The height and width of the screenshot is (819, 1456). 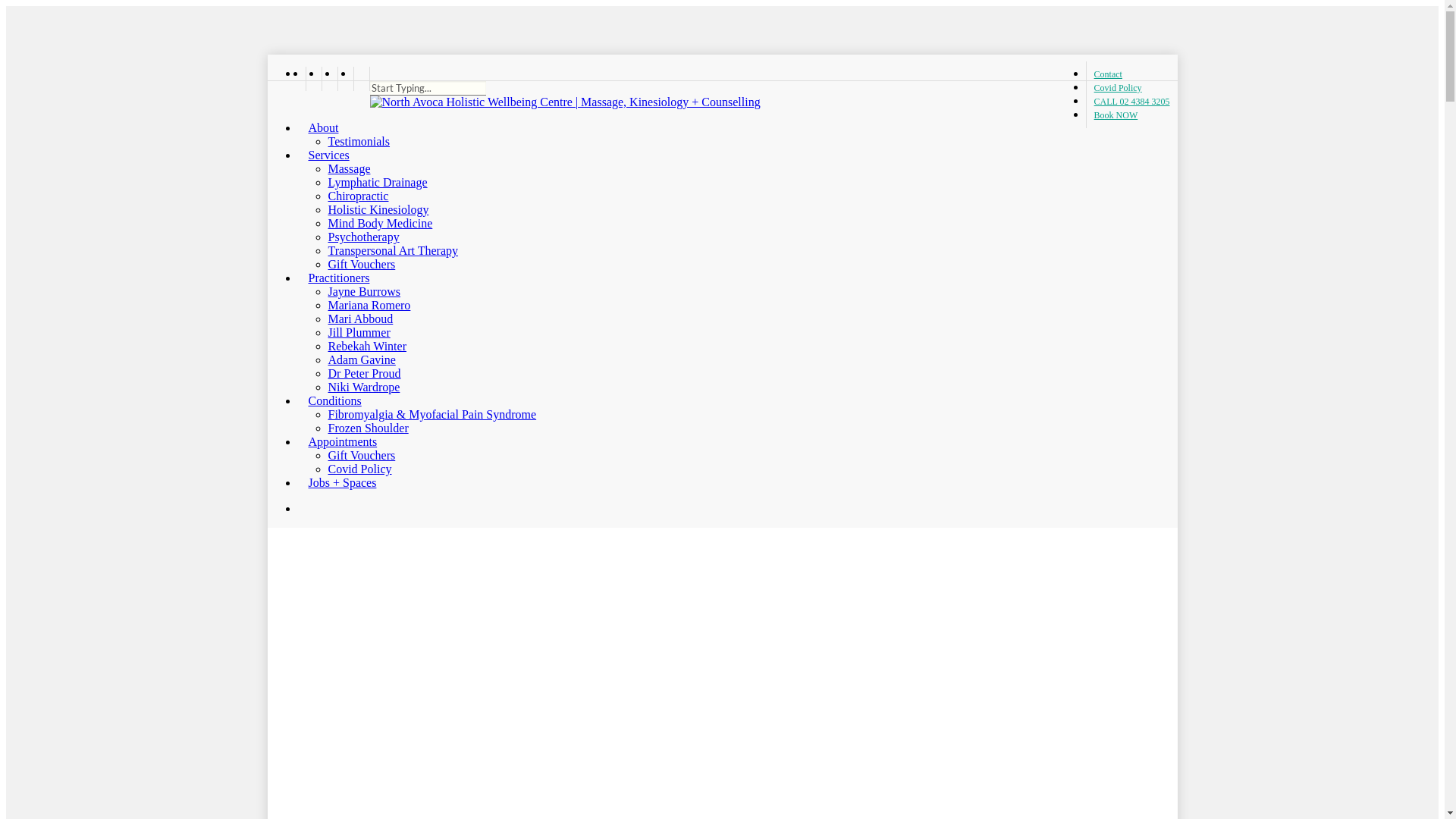 I want to click on 'Skip to main content', so click(x=5, y=5).